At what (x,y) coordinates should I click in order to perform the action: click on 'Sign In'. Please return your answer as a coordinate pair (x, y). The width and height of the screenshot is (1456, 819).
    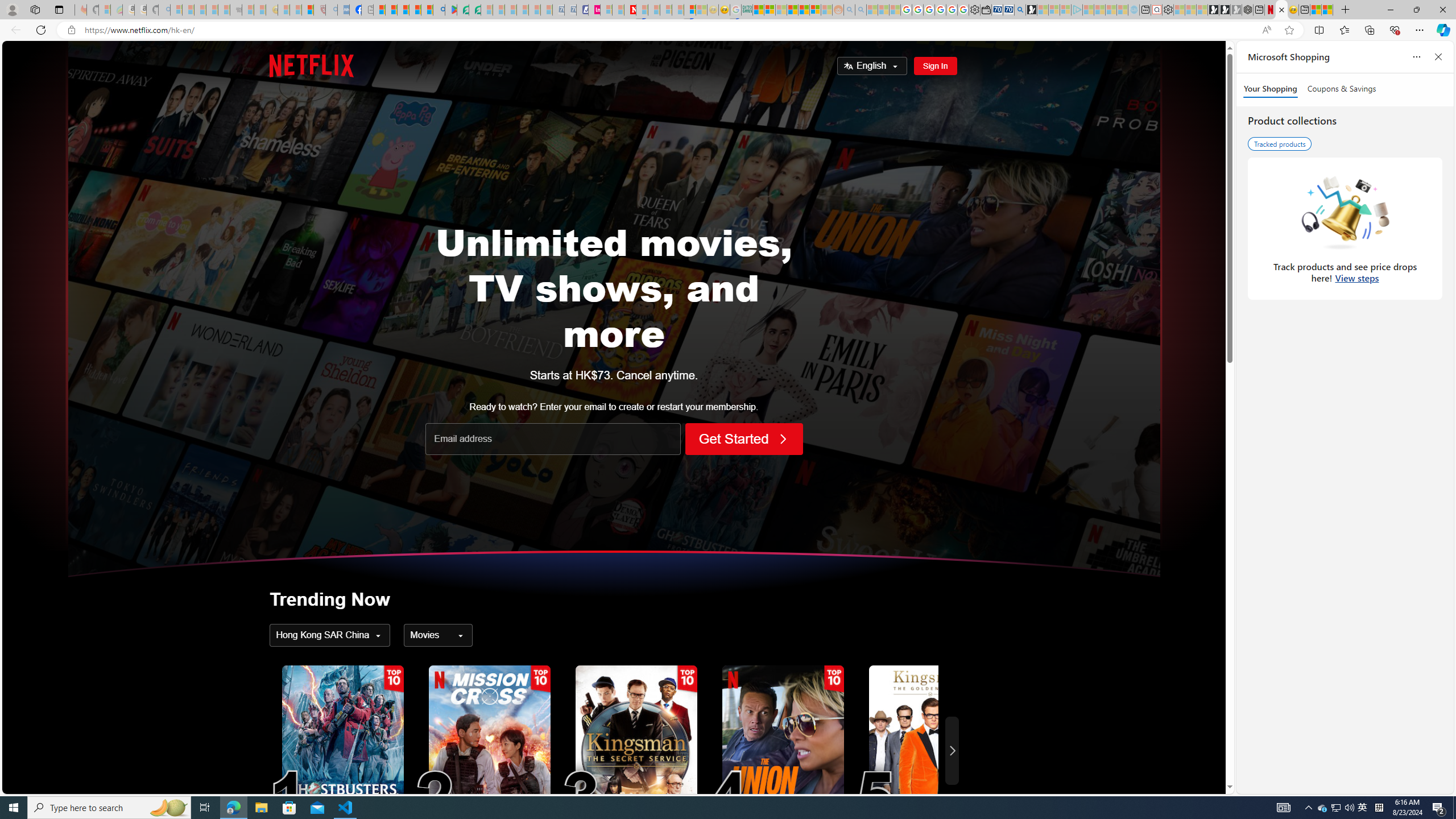
    Looking at the image, I should click on (934, 65).